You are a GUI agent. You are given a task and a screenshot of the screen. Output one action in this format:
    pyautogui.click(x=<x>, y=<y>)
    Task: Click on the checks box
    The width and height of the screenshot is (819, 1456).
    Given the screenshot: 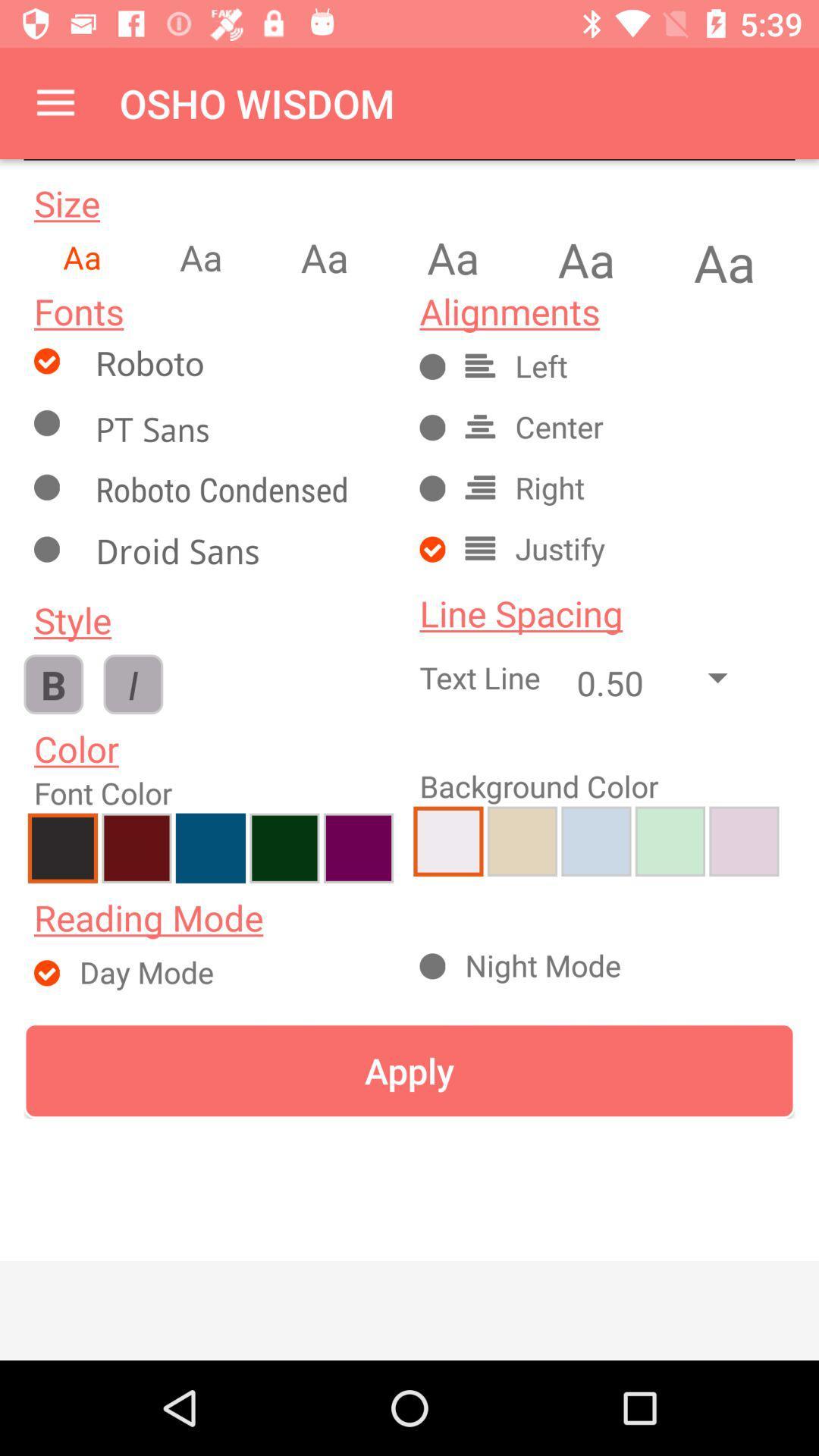 What is the action you would take?
    pyautogui.click(x=239, y=428)
    